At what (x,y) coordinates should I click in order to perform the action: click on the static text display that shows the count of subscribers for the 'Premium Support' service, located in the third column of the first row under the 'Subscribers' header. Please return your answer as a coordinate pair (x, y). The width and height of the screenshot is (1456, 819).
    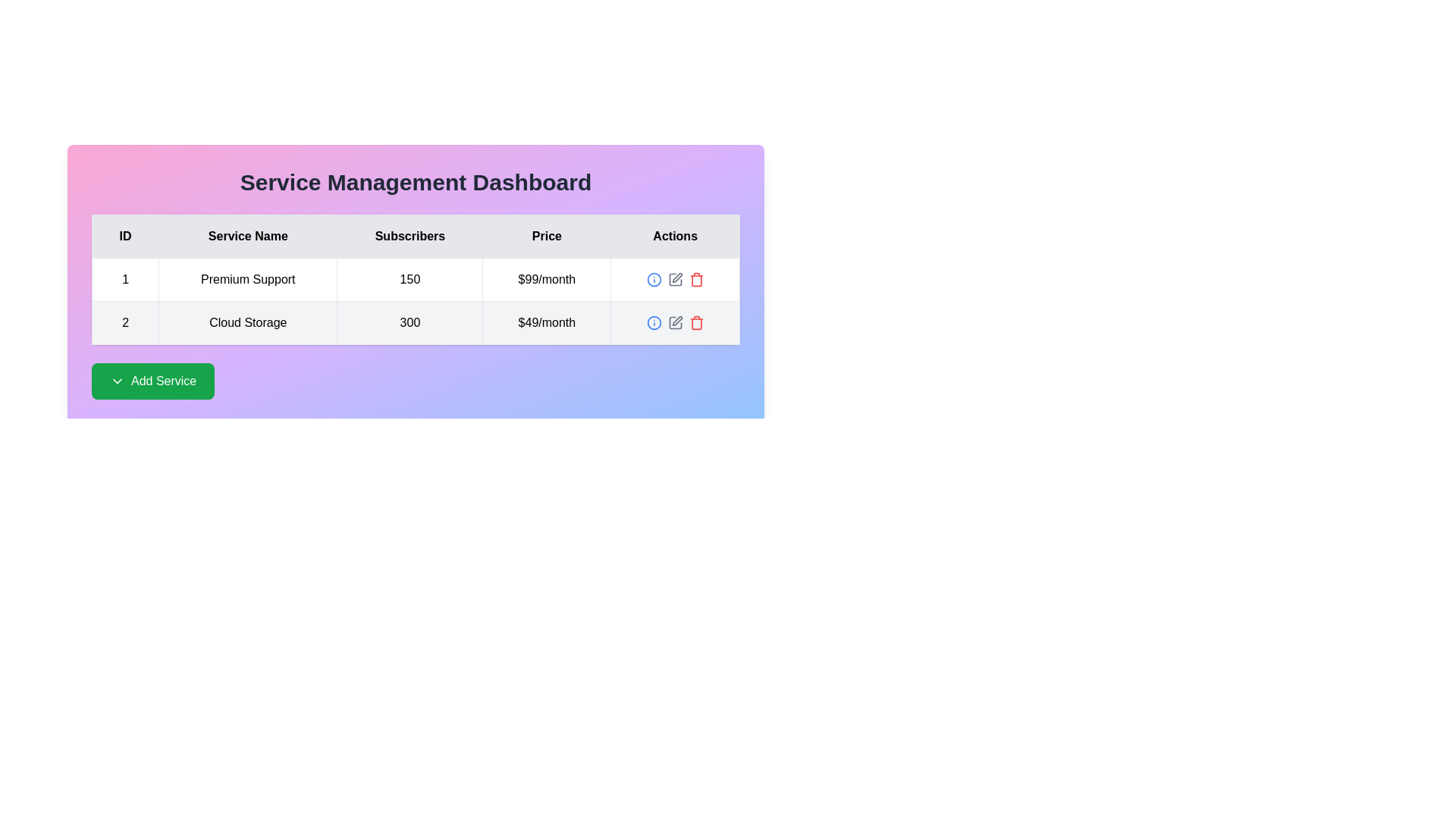
    Looking at the image, I should click on (409, 280).